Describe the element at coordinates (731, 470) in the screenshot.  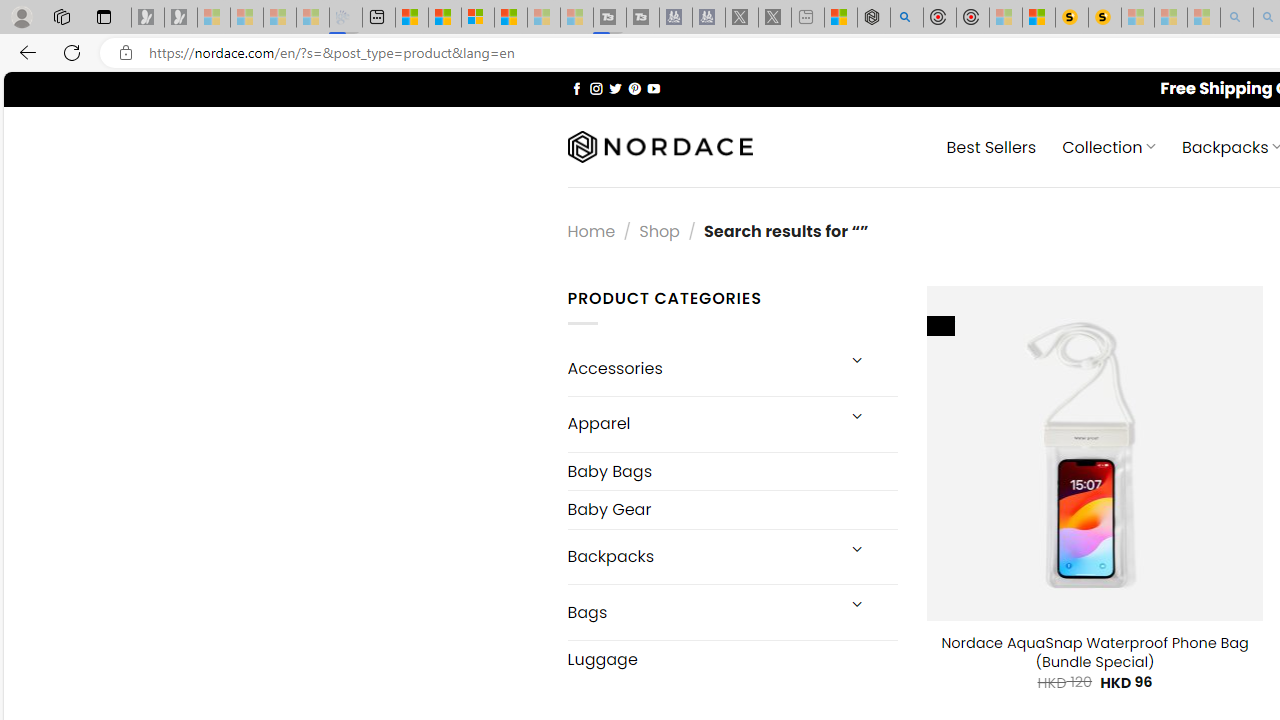
I see `'Baby Bags'` at that location.